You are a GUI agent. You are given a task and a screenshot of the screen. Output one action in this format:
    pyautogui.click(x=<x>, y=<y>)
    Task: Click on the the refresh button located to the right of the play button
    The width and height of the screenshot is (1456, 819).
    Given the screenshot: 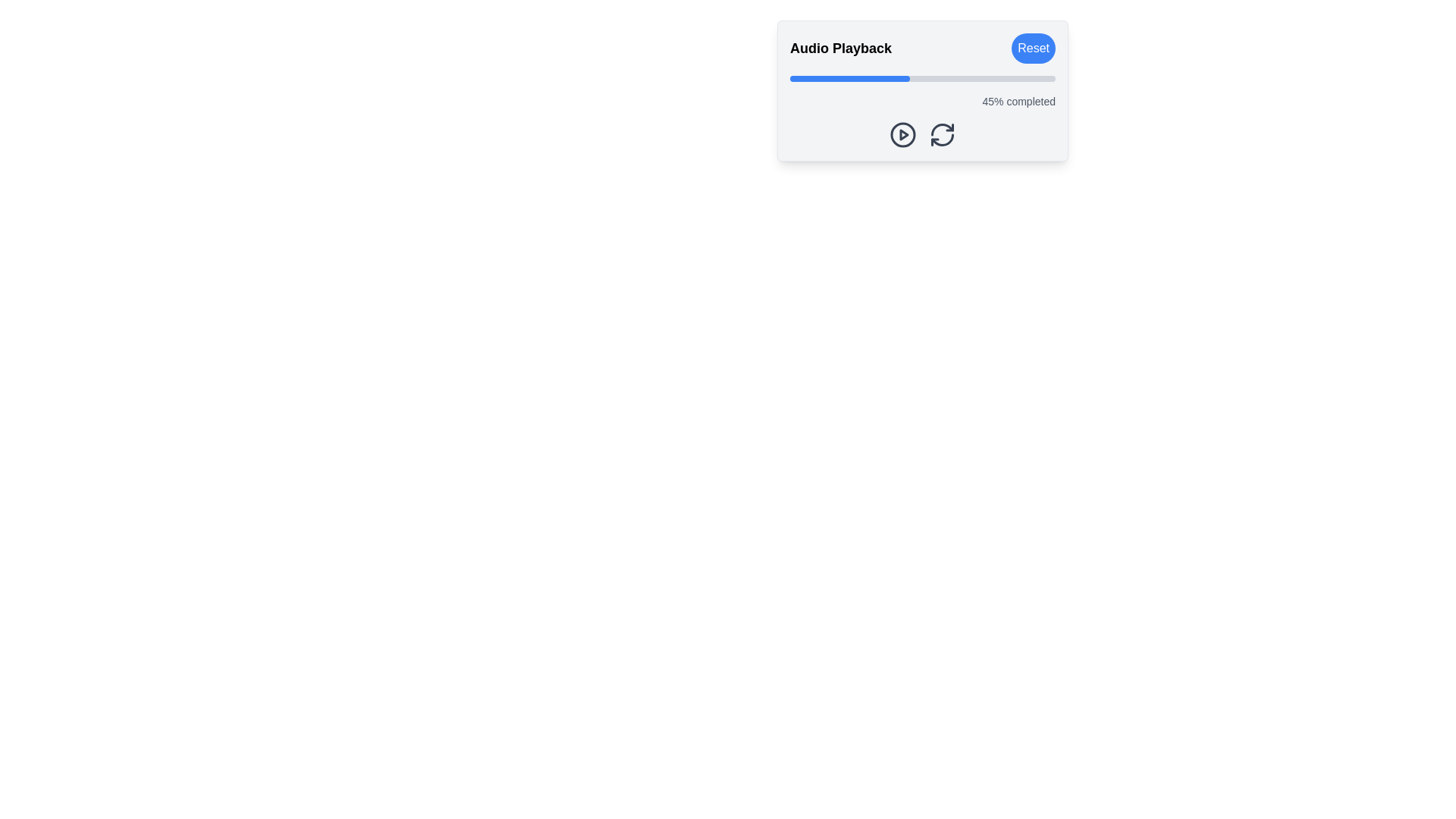 What is the action you would take?
    pyautogui.click(x=942, y=133)
    